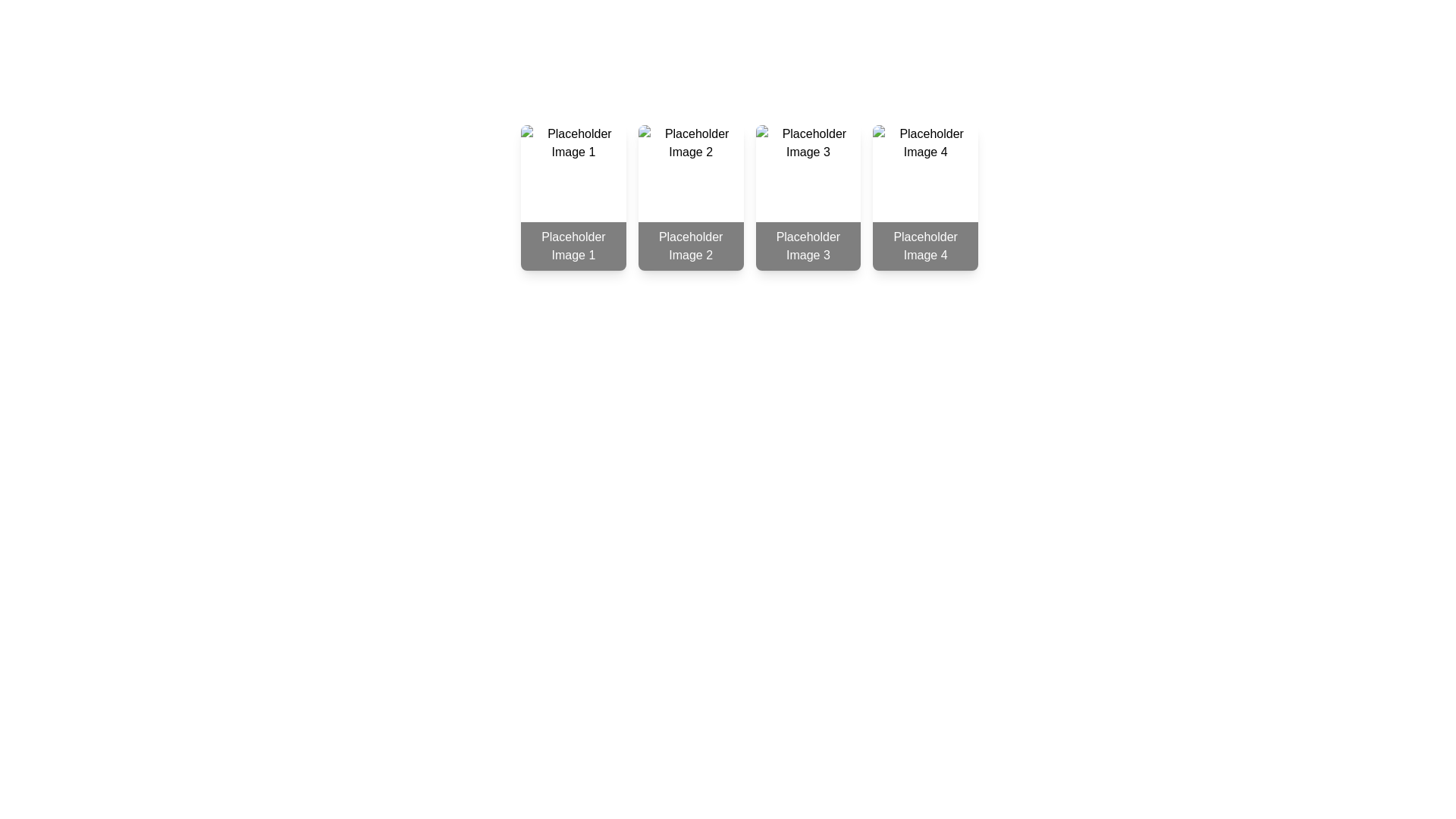  Describe the element at coordinates (690, 245) in the screenshot. I see `text of the dark gray rectangular section labeled 'Placeholder Image 2' located at the bottom of the second card from the left` at that location.